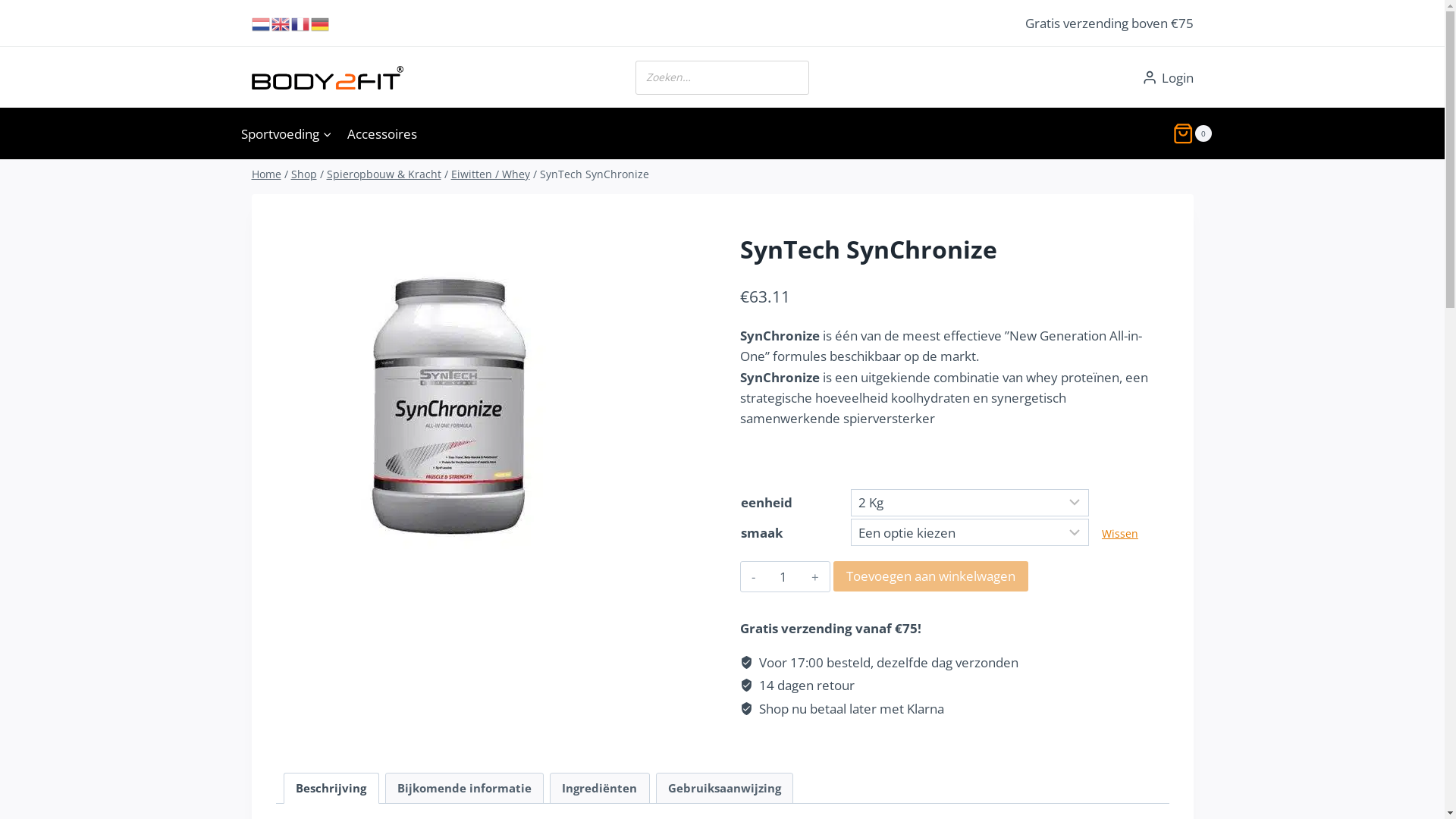 Image resolution: width=1456 pixels, height=819 pixels. I want to click on 'Eiwitten / Whey', so click(490, 173).